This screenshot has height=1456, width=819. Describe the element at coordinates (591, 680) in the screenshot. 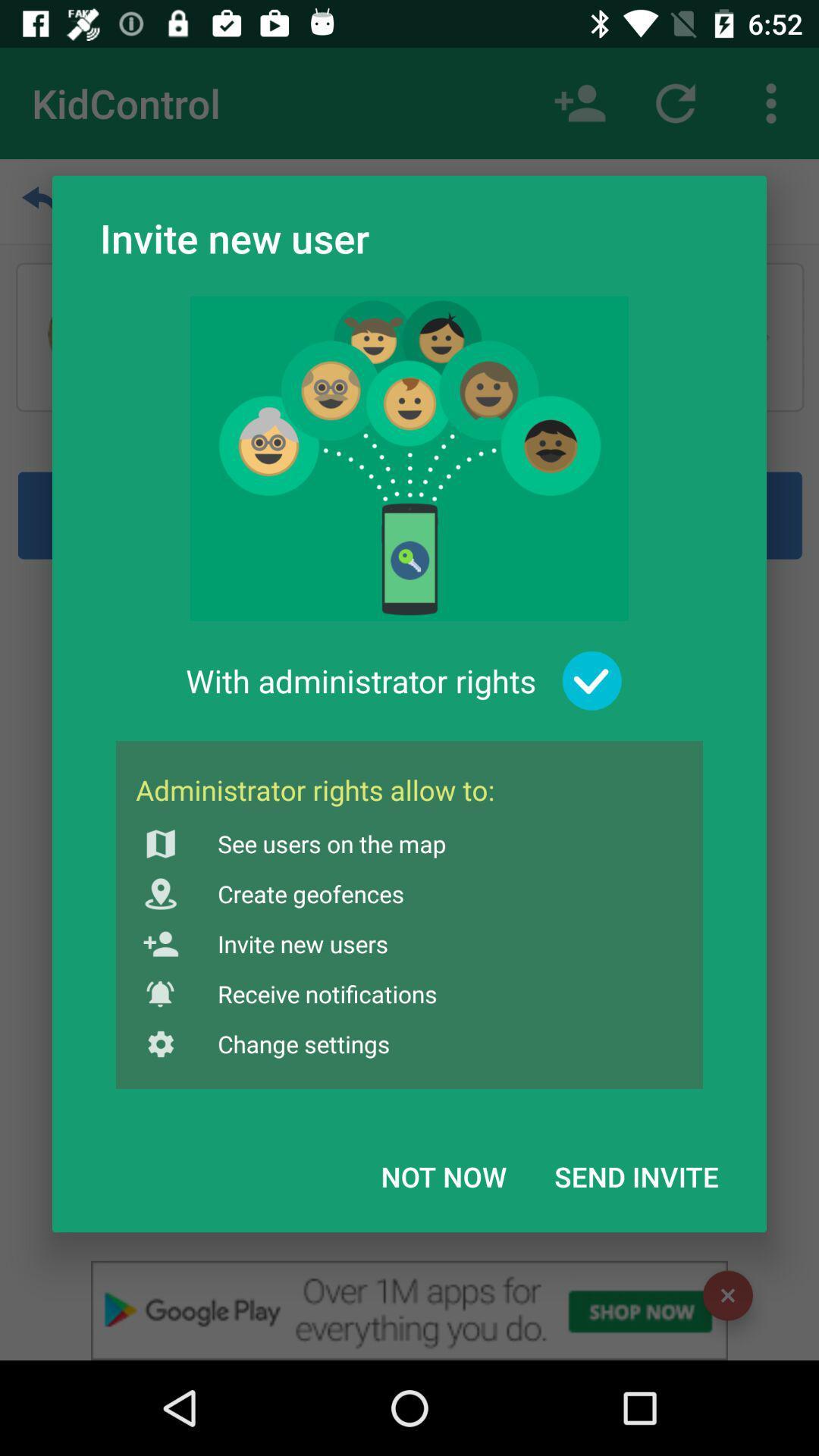

I see `the item to the right of the with administrator rights item` at that location.